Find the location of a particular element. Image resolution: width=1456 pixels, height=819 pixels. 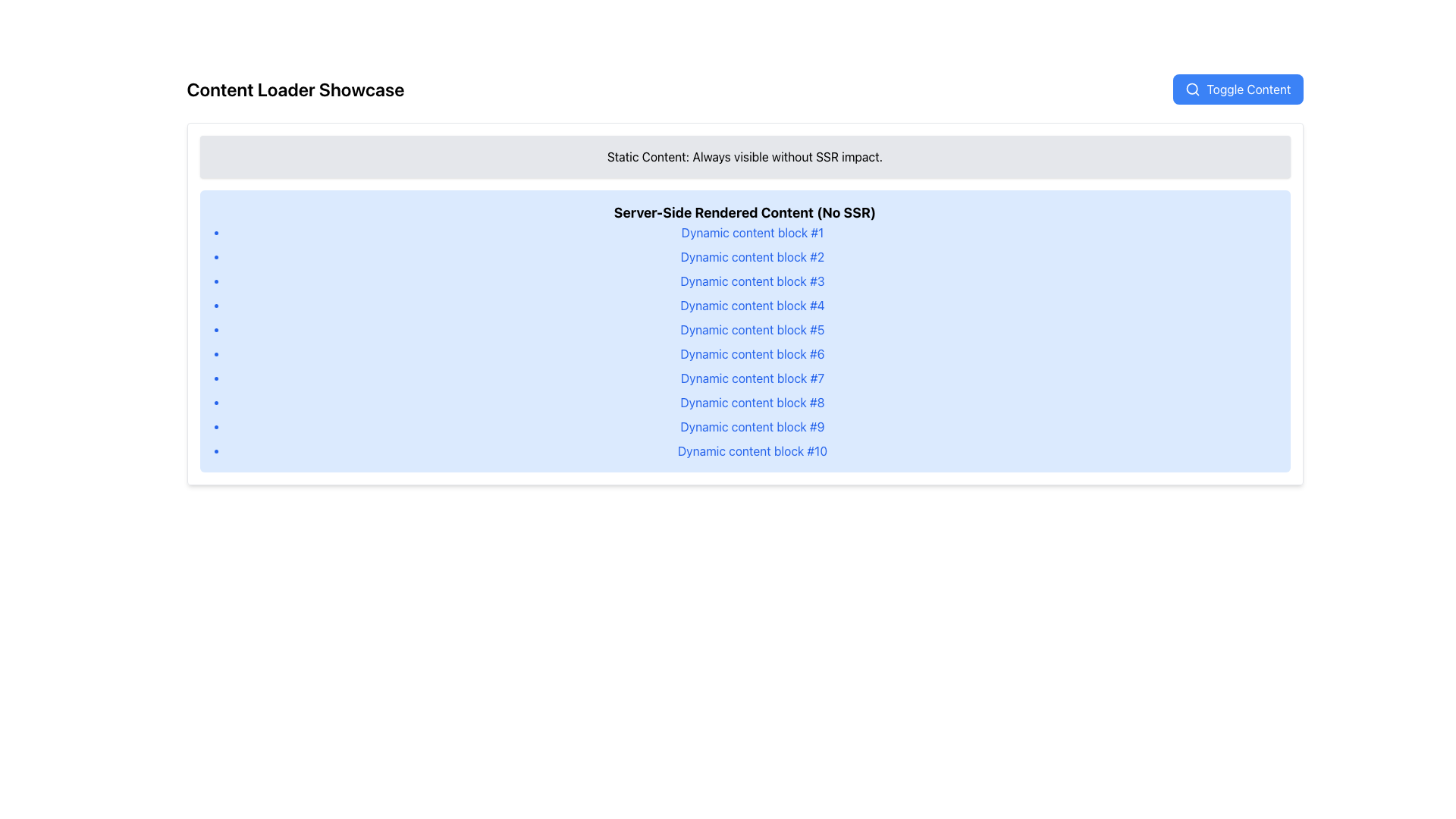

the fifth item in a bulleted list that reads 'Dynamic content block #5', styled in blue text against a light blue background is located at coordinates (752, 329).